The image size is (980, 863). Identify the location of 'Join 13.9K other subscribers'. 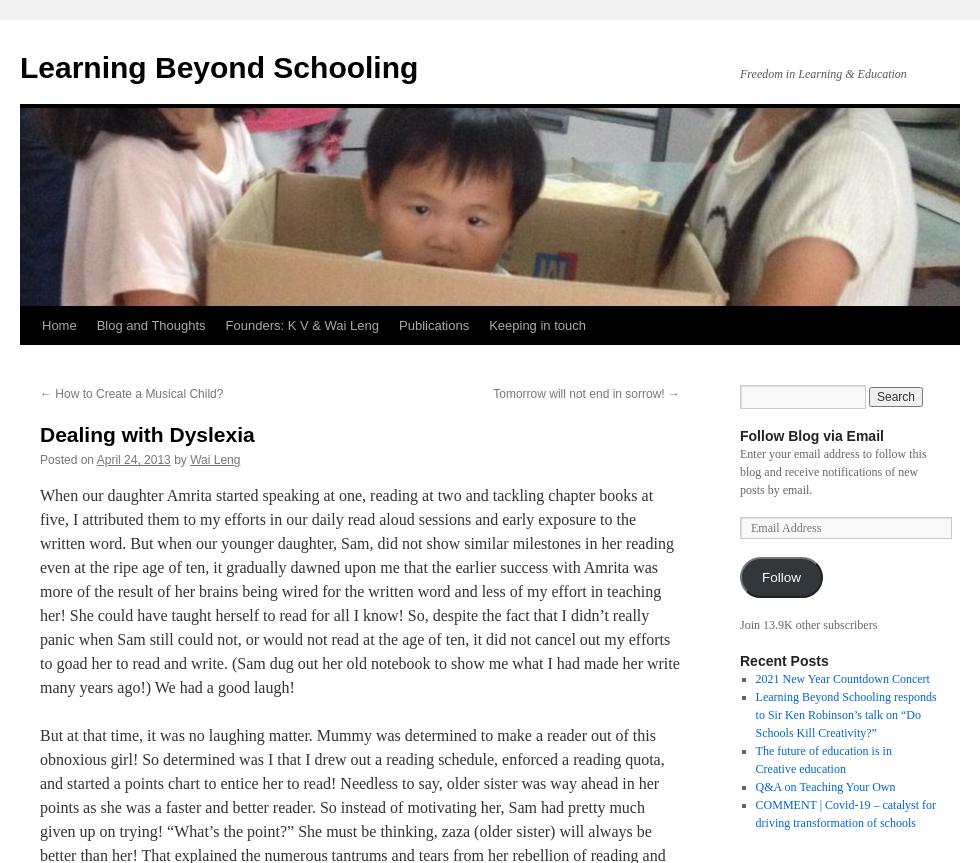
(808, 623).